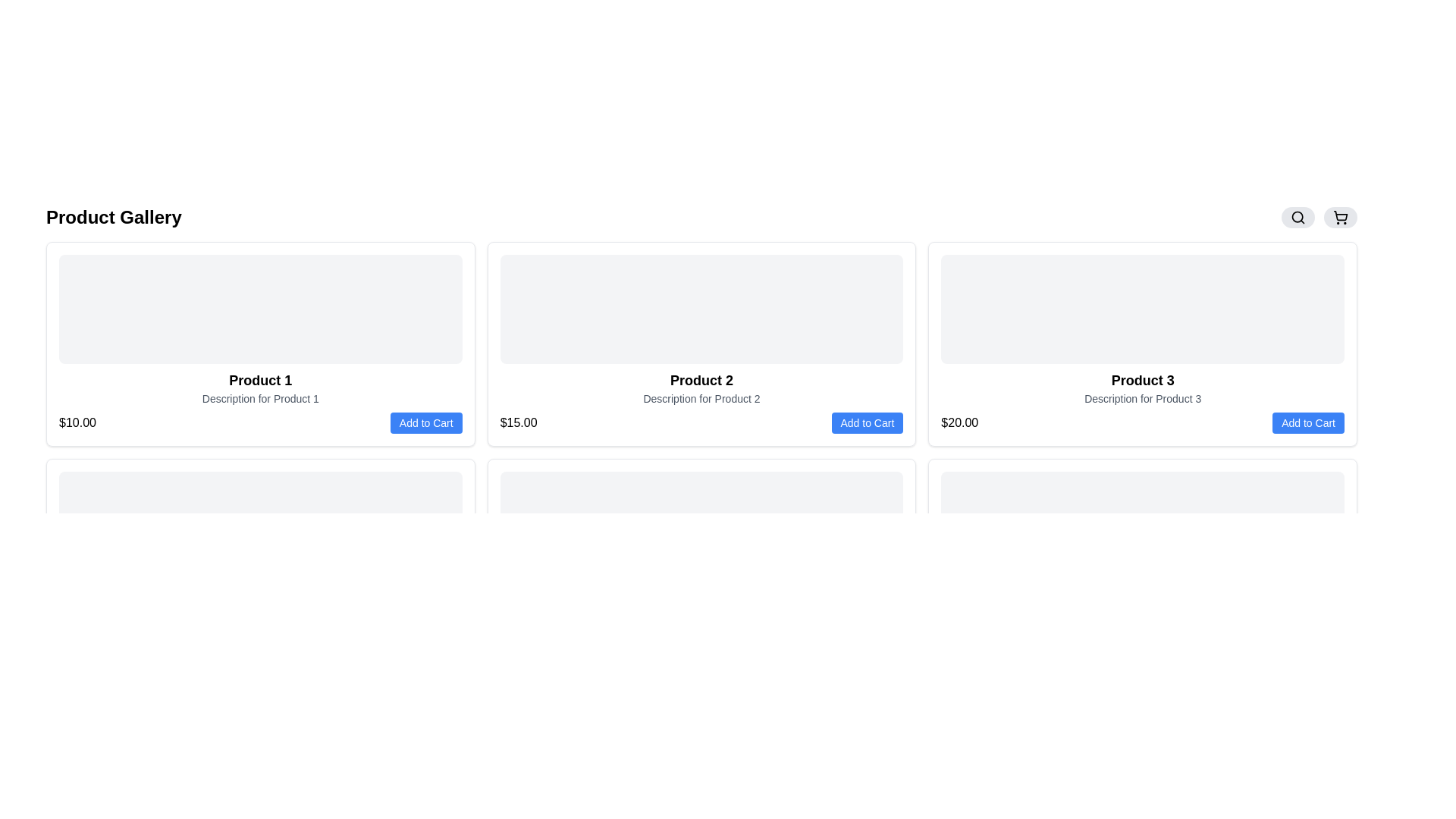 The image size is (1456, 819). I want to click on the magnifying glass icon within the circular button located in the top-right corner of the application interface, so click(1298, 217).